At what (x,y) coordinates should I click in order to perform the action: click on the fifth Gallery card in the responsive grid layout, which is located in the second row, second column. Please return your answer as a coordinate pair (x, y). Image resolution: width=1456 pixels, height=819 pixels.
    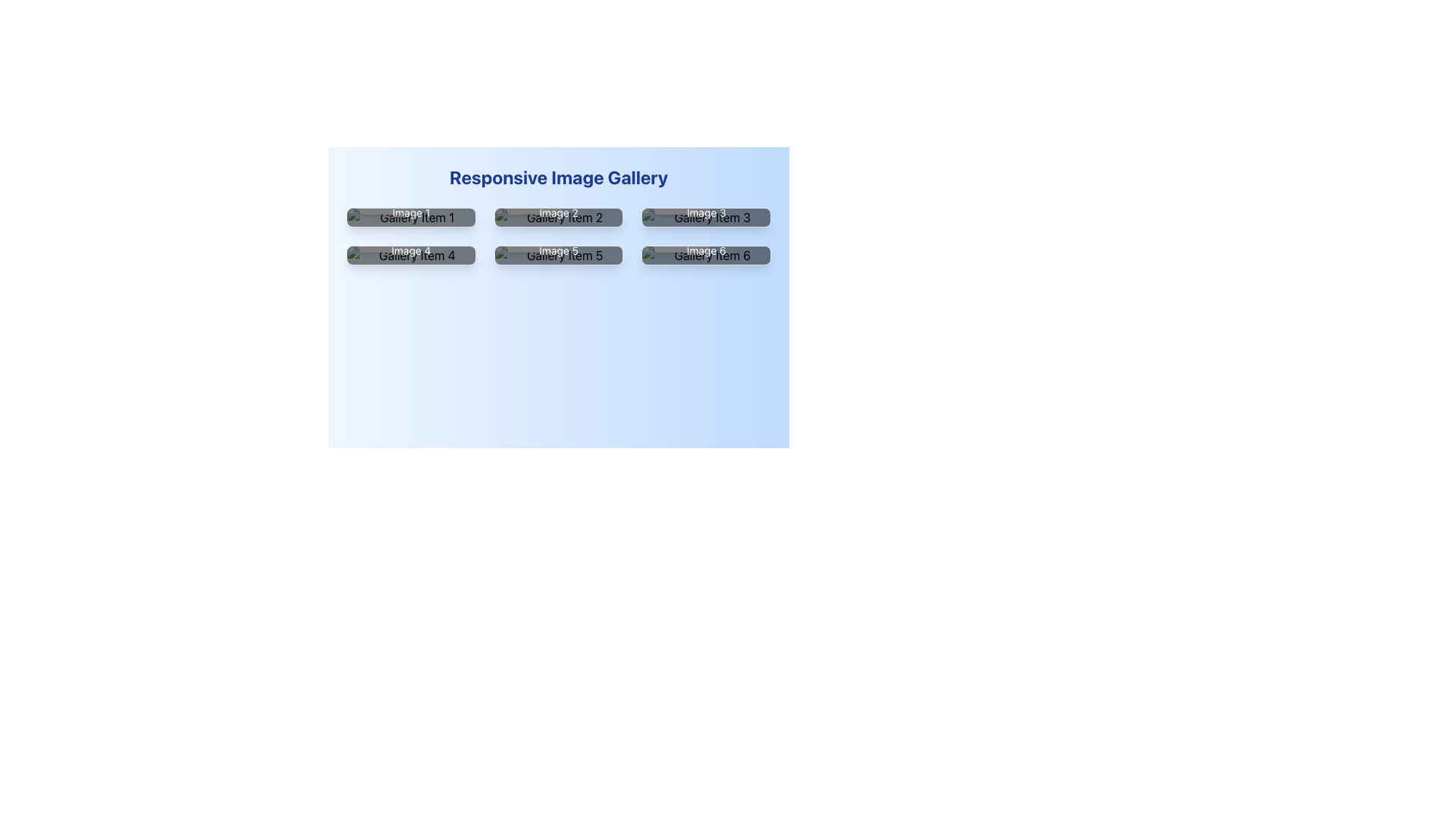
    Looking at the image, I should click on (557, 254).